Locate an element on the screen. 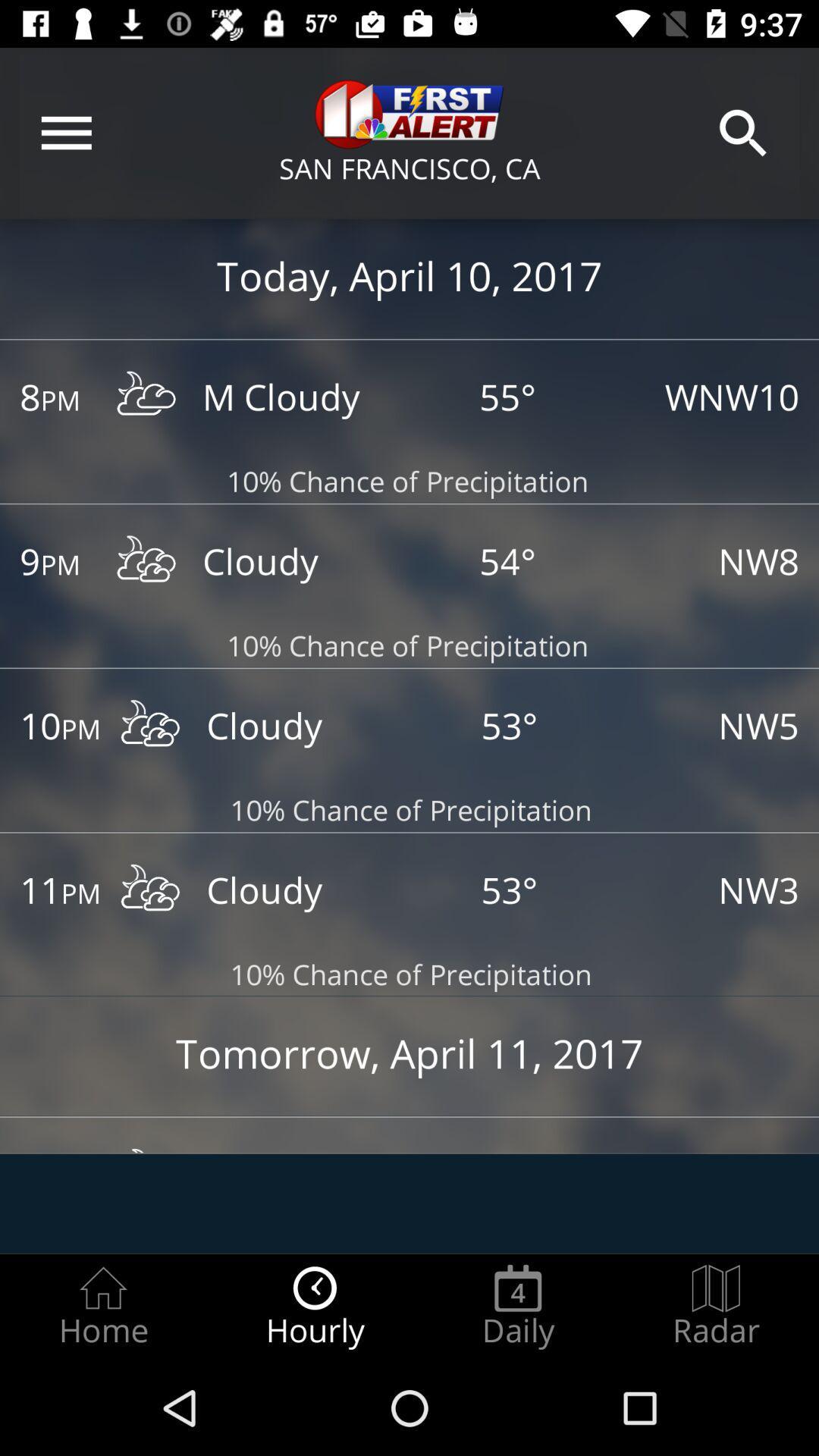 The height and width of the screenshot is (1456, 819). the icon which is next to the 9pm is located at coordinates (146, 562).